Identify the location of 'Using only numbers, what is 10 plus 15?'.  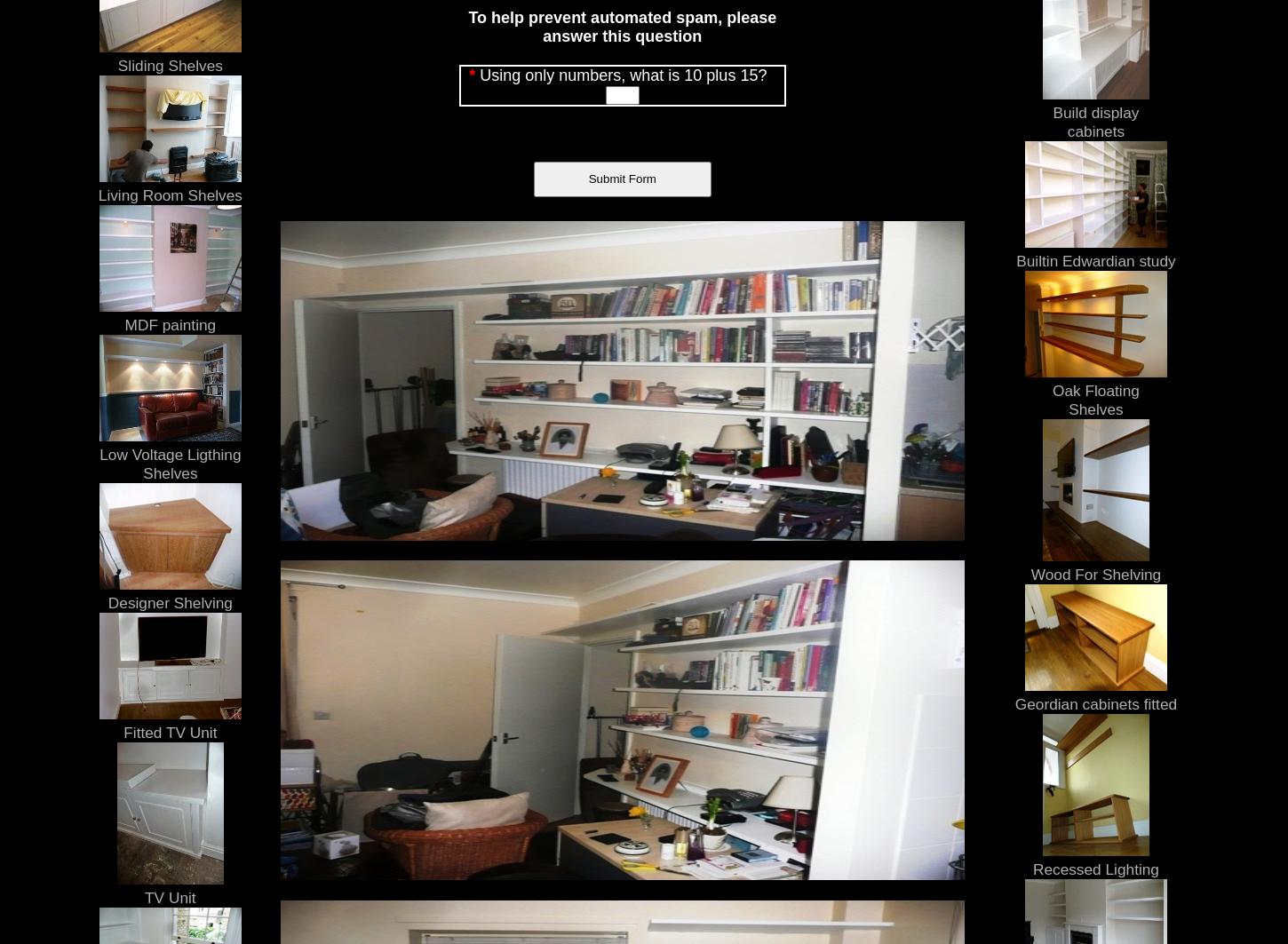
(626, 74).